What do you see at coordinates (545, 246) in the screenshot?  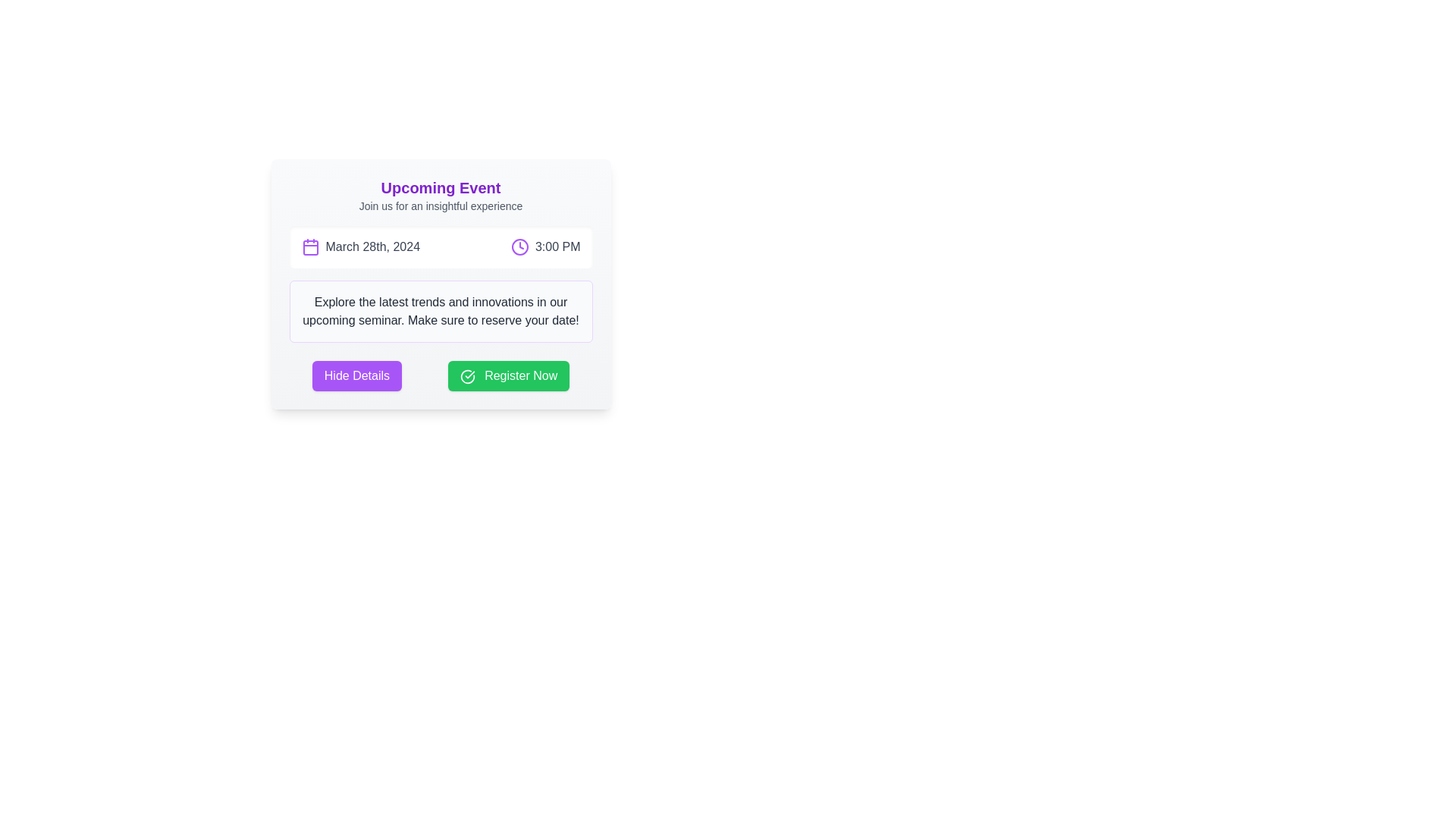 I see `time displayed on the clock icon located in the right-hand portion of the upper section of a card-like interface, adjacent to the date 'March 28th, 2024'` at bounding box center [545, 246].